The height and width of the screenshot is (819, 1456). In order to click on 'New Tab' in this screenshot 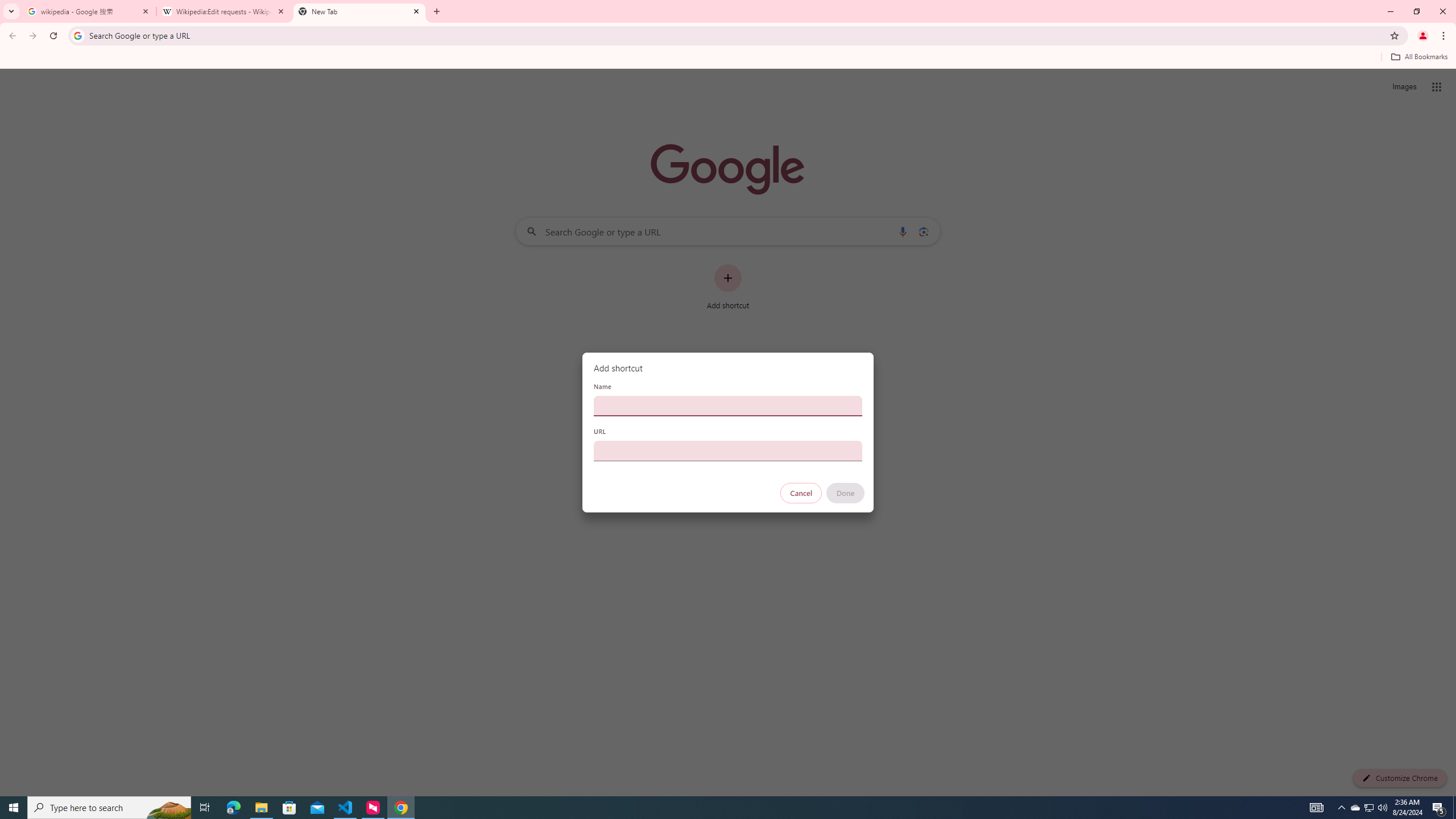, I will do `click(359, 11)`.